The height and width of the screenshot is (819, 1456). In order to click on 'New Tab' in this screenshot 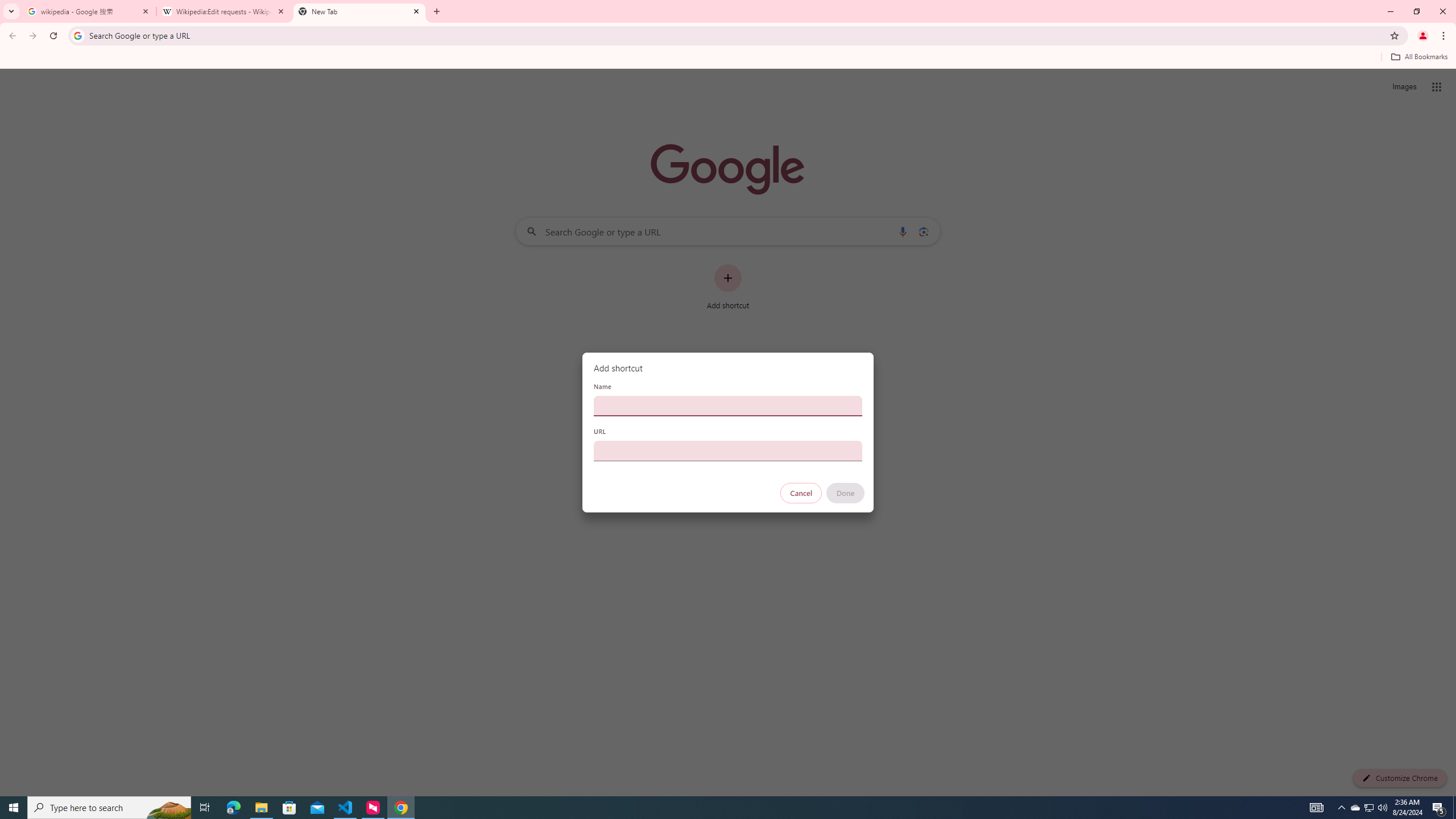, I will do `click(359, 11)`.